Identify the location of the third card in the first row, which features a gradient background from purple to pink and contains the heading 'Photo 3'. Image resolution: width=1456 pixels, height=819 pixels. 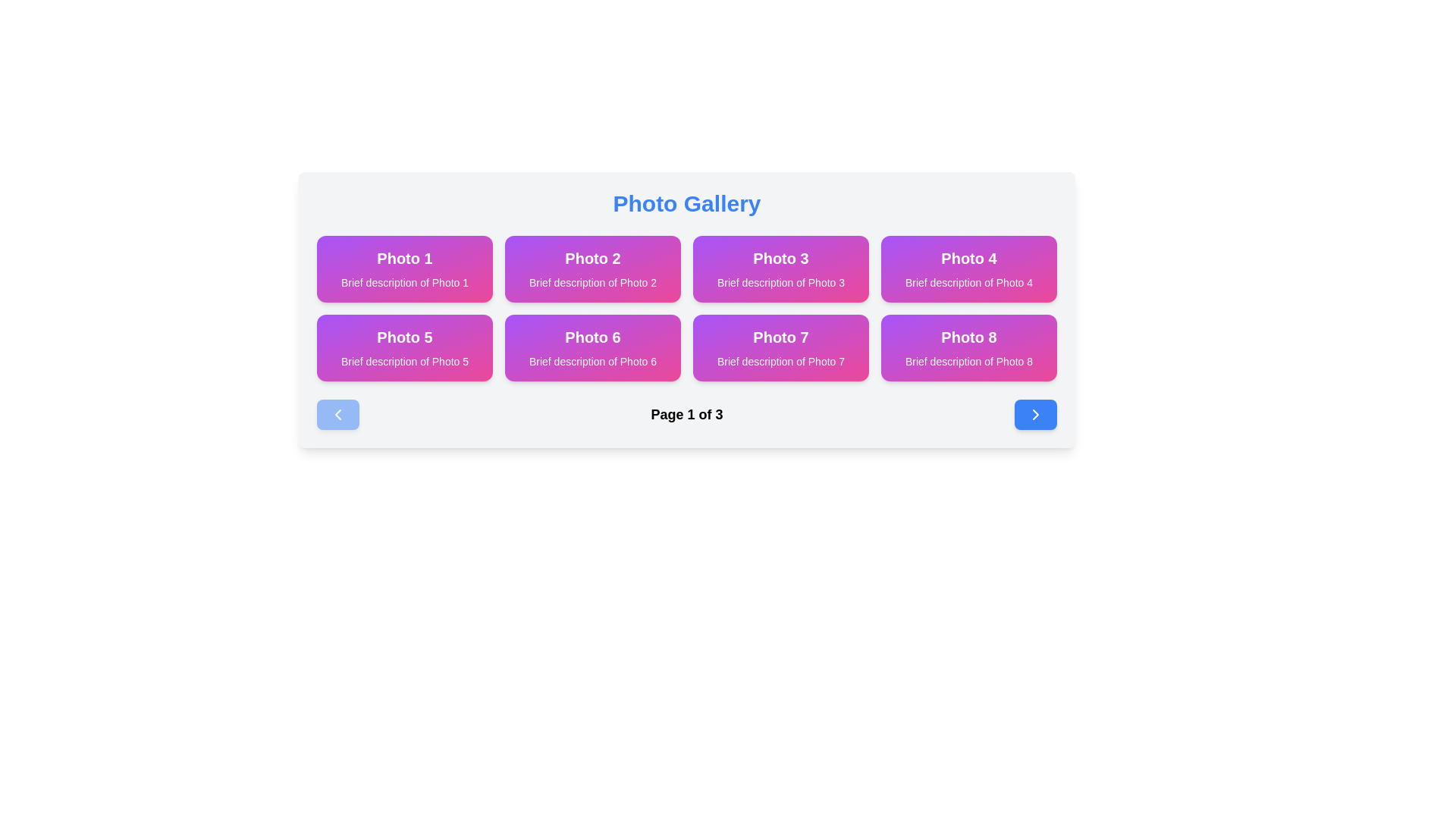
(781, 268).